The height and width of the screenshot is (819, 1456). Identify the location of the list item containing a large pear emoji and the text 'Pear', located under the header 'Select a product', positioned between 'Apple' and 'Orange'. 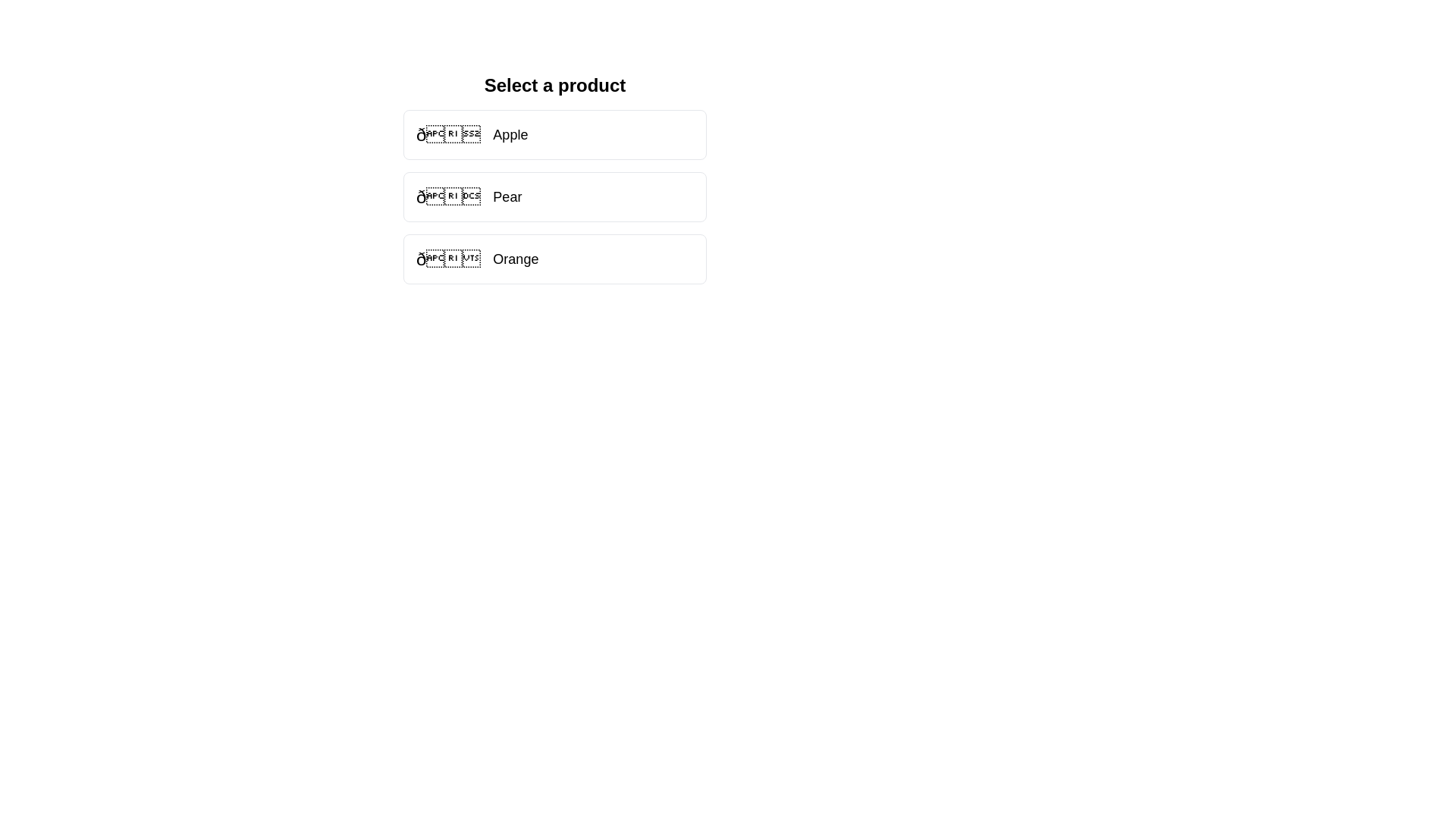
(468, 196).